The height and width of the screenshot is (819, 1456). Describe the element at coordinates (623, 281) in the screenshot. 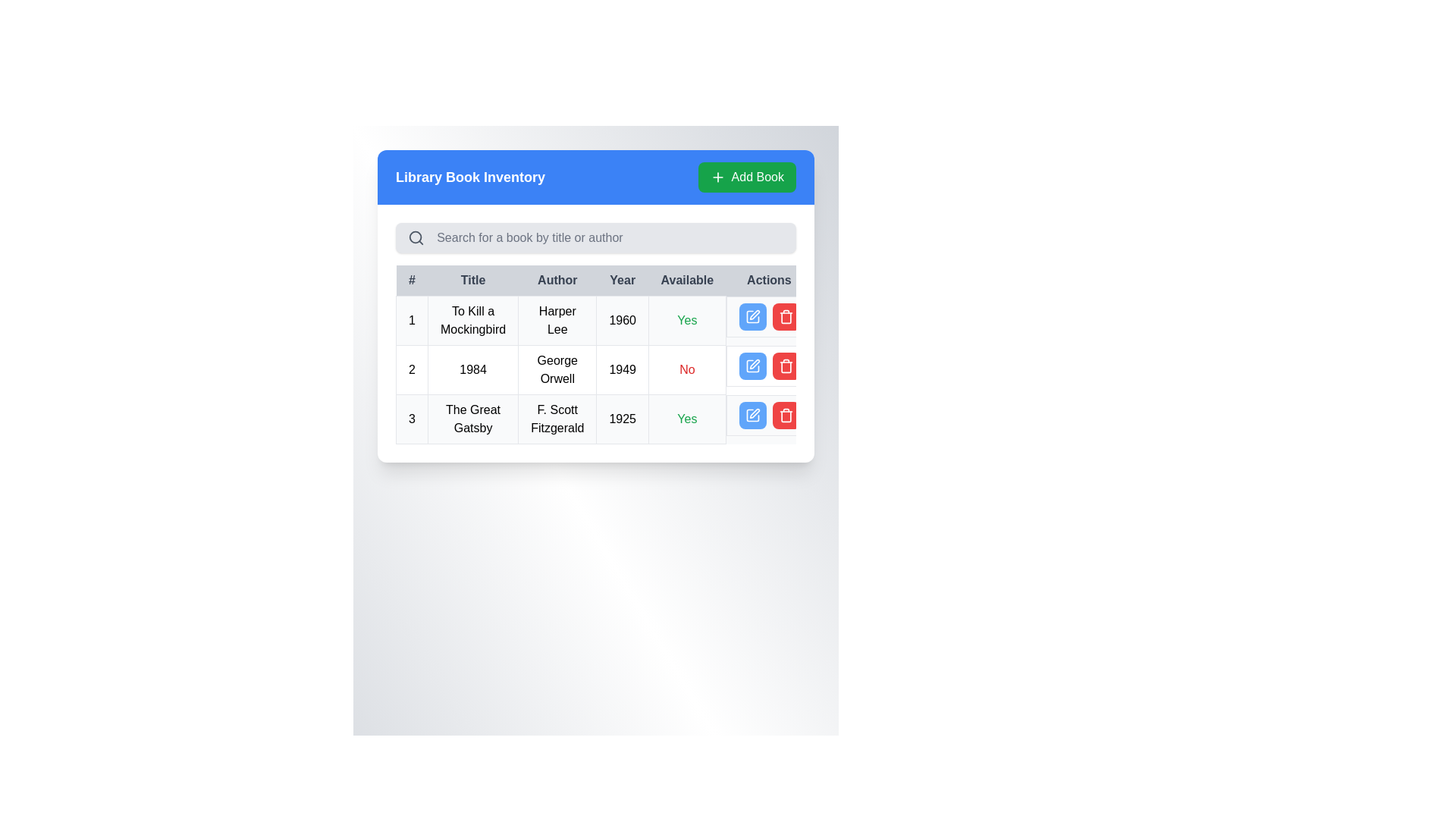

I see `the table header indicating the year, which is located in the fourth column of the table header row, positioned between 'Author' and 'Available'` at that location.